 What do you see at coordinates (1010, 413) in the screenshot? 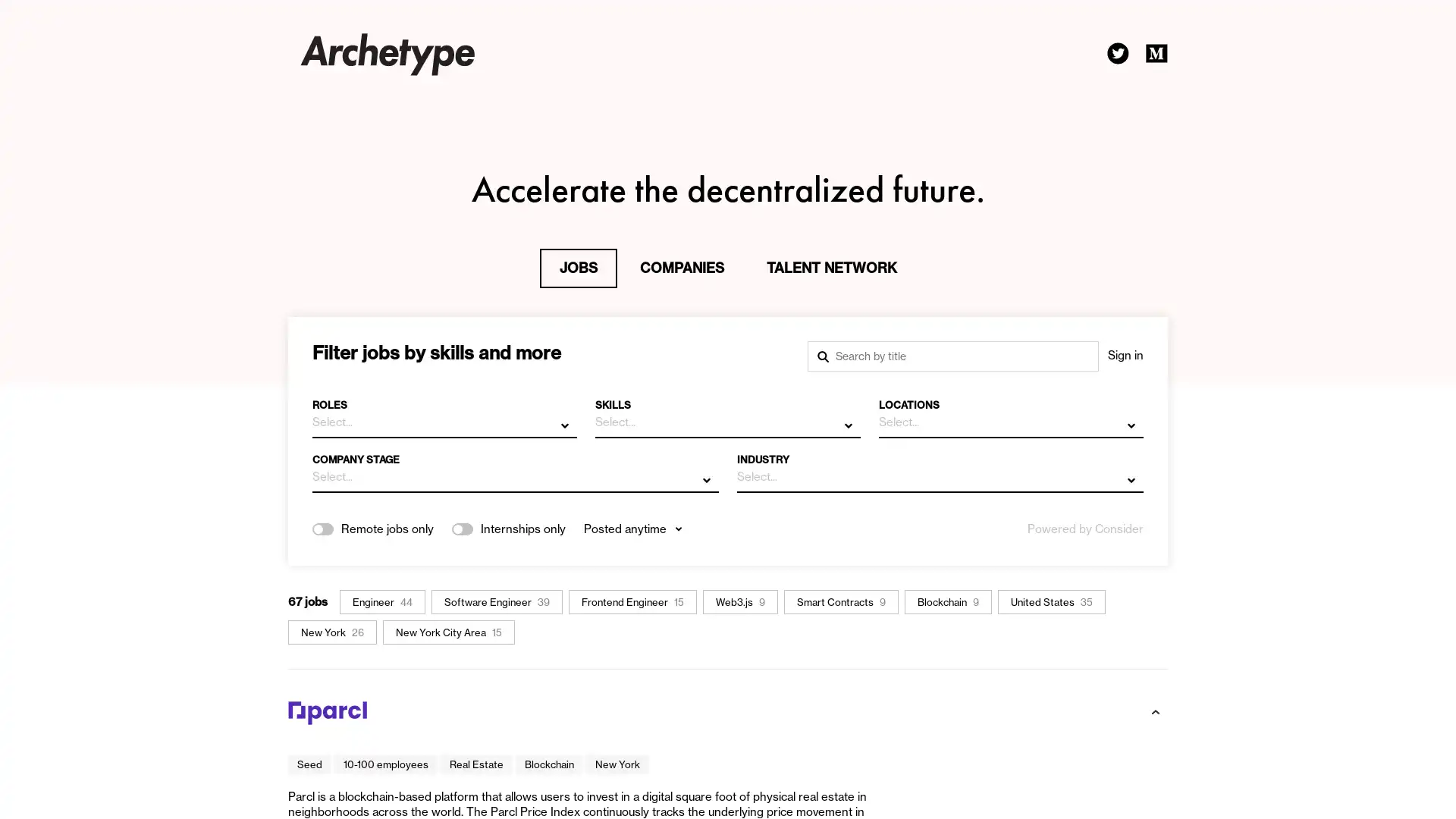
I see `LOCATIONS Select...` at bounding box center [1010, 413].